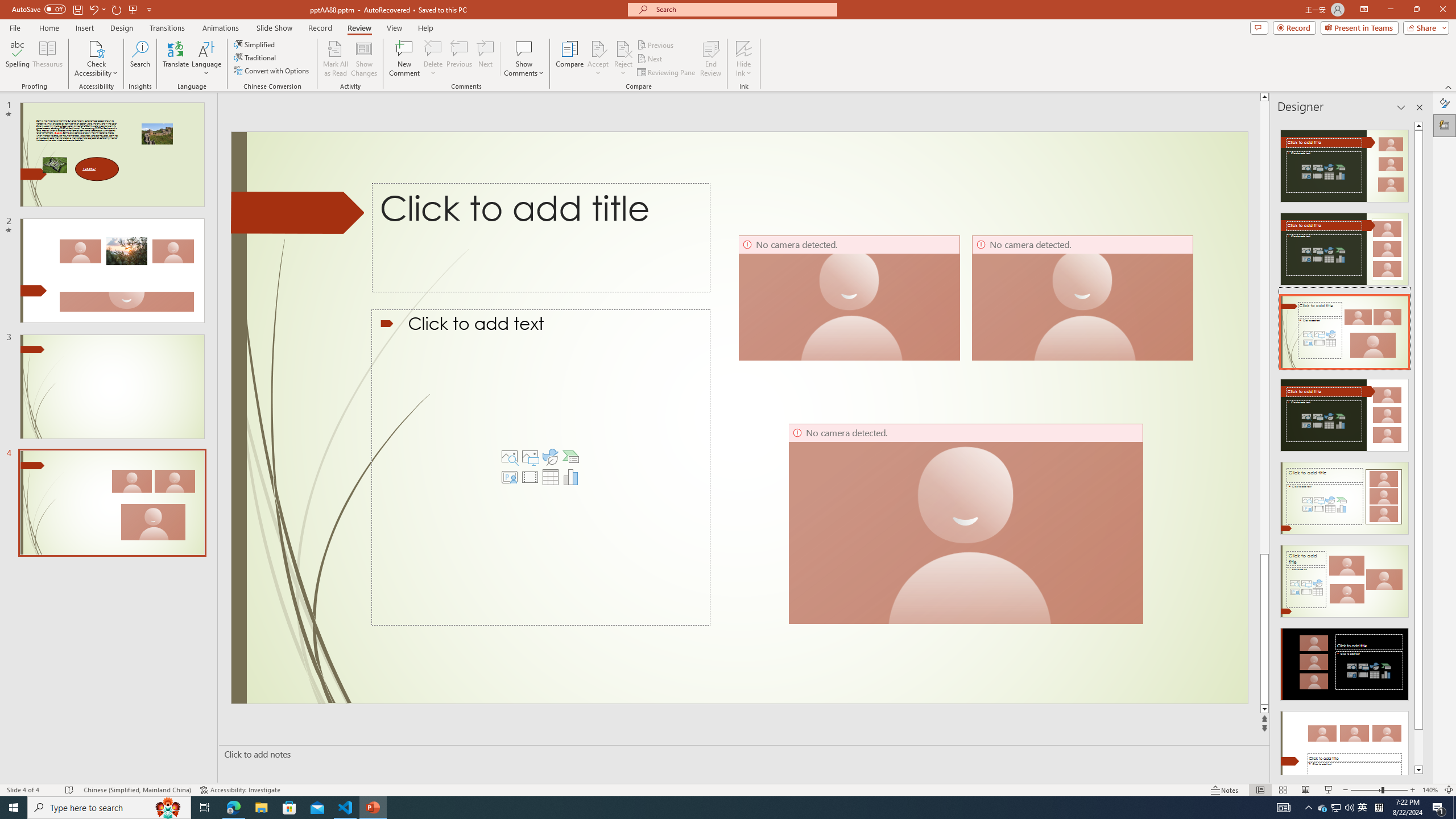 The height and width of the screenshot is (819, 1456). I want to click on 'Title TextBox', so click(574, 229).